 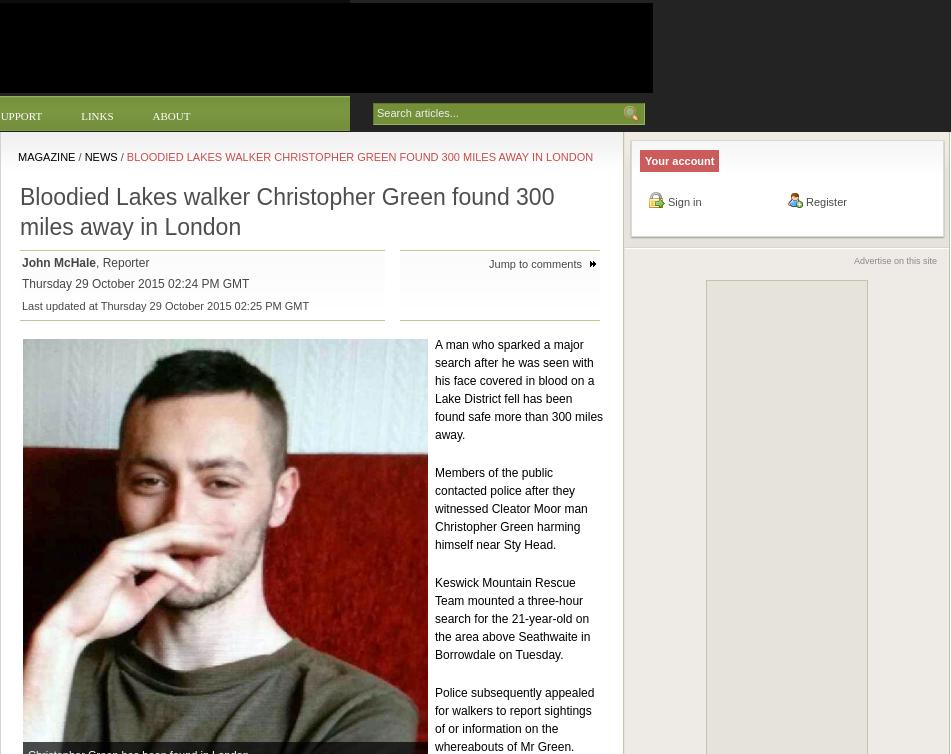 I want to click on 'Members of the public contacted police after they witnessed Cleator Moor man Christopher Green harming himself near Sty Head.', so click(x=509, y=509).